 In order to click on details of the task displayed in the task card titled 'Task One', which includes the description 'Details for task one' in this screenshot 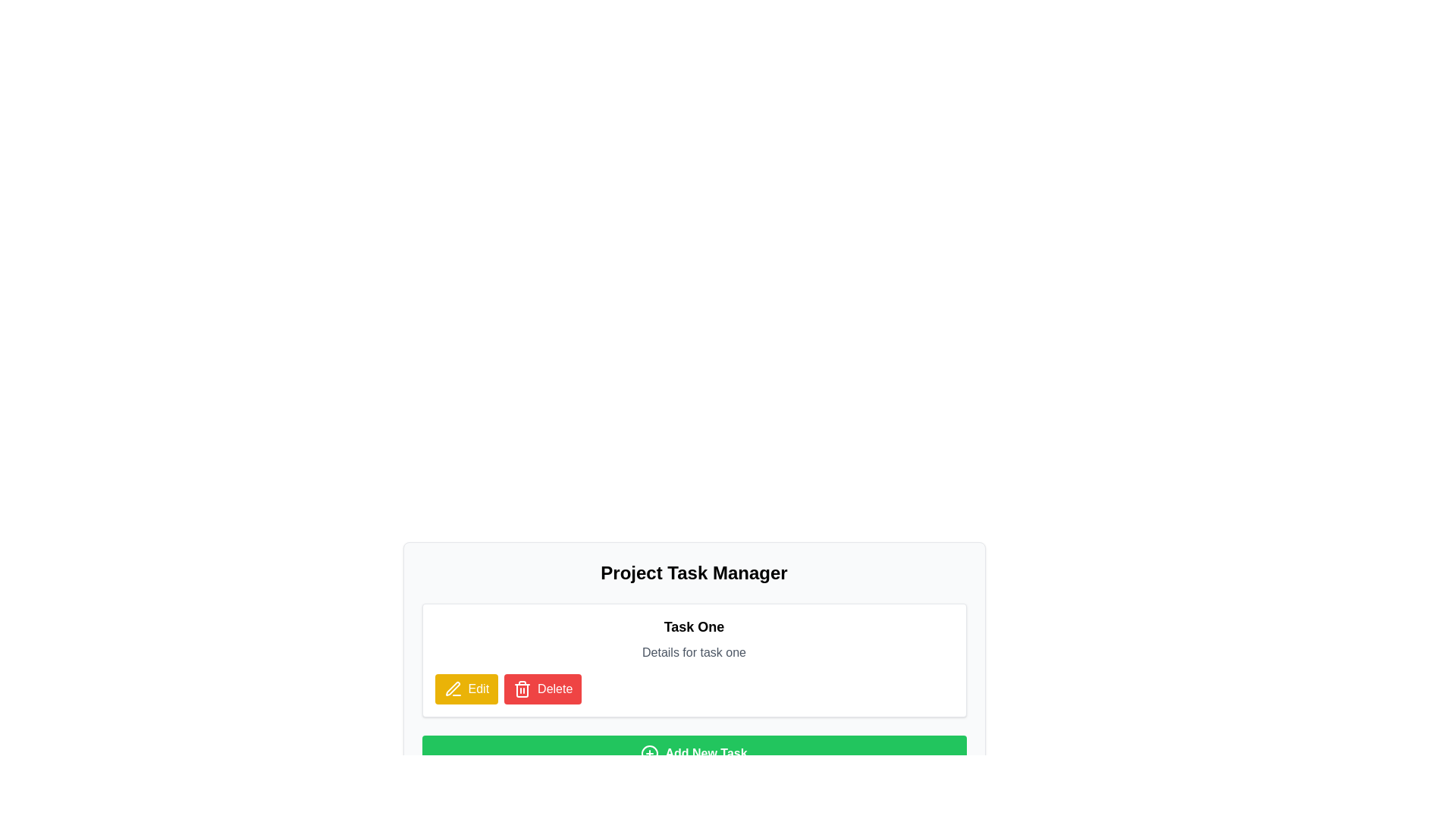, I will do `click(693, 660)`.